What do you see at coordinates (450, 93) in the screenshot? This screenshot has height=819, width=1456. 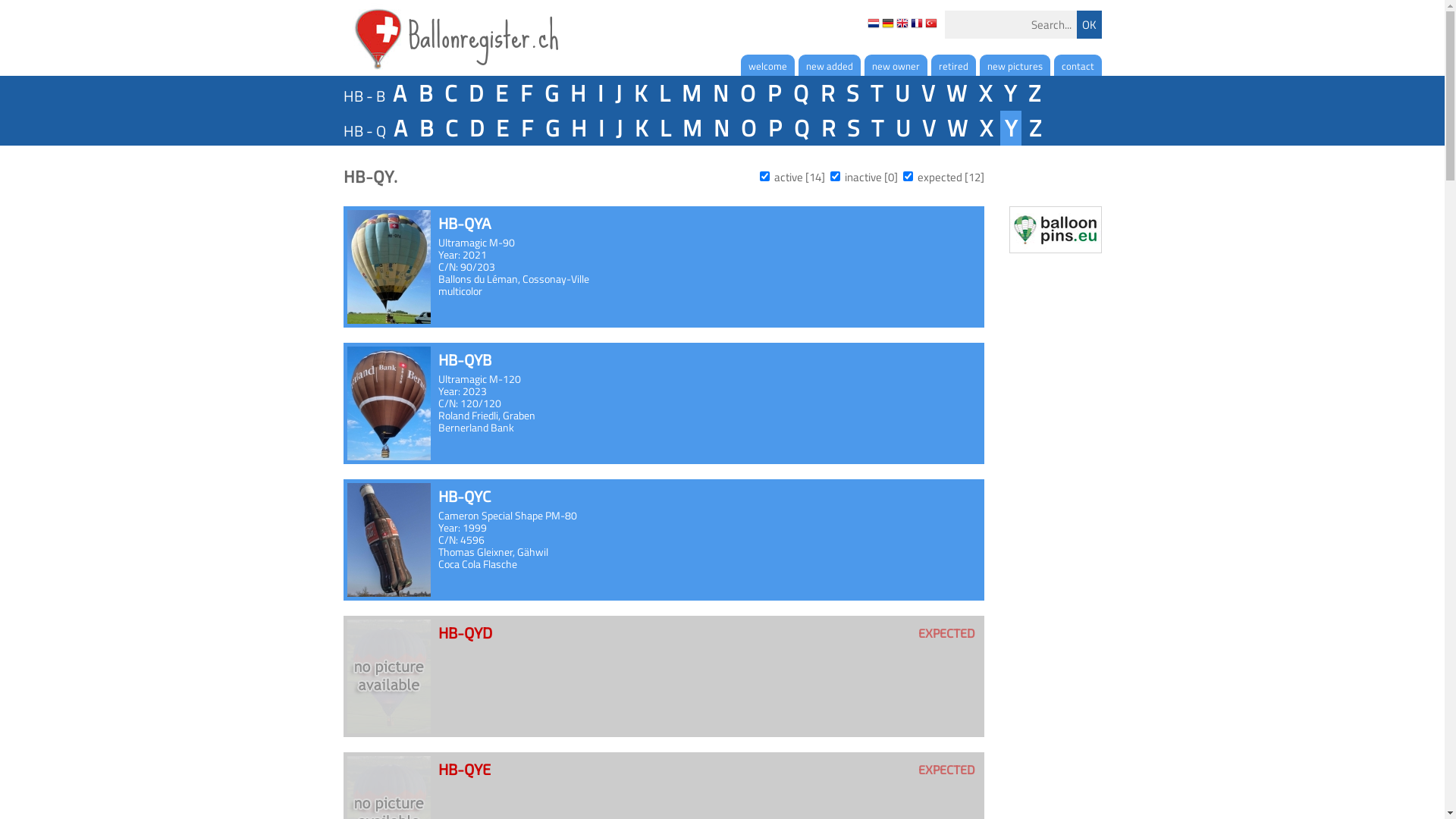 I see `'C'` at bounding box center [450, 93].